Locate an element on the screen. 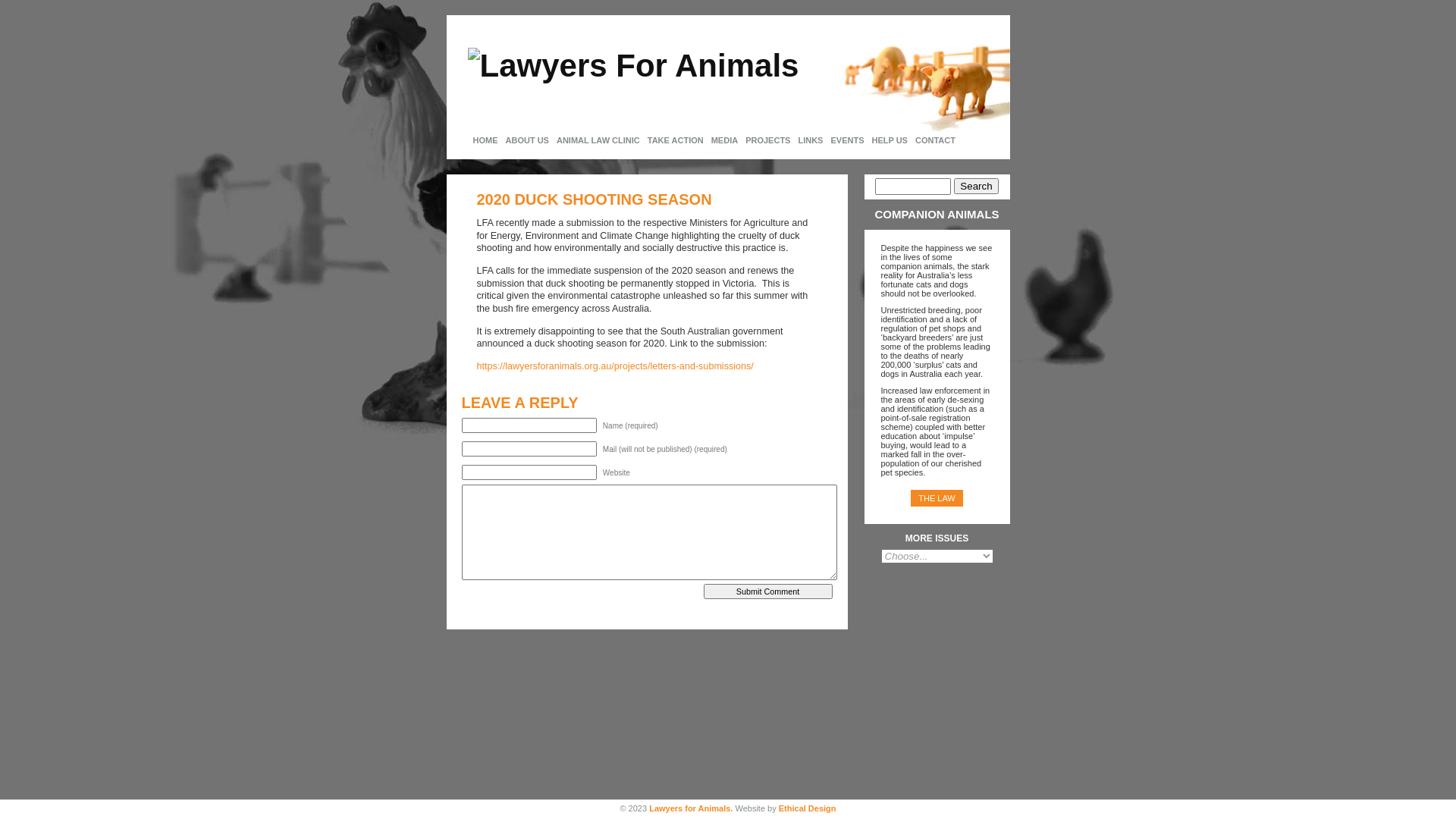  'Ethical Design' is located at coordinates (807, 807).